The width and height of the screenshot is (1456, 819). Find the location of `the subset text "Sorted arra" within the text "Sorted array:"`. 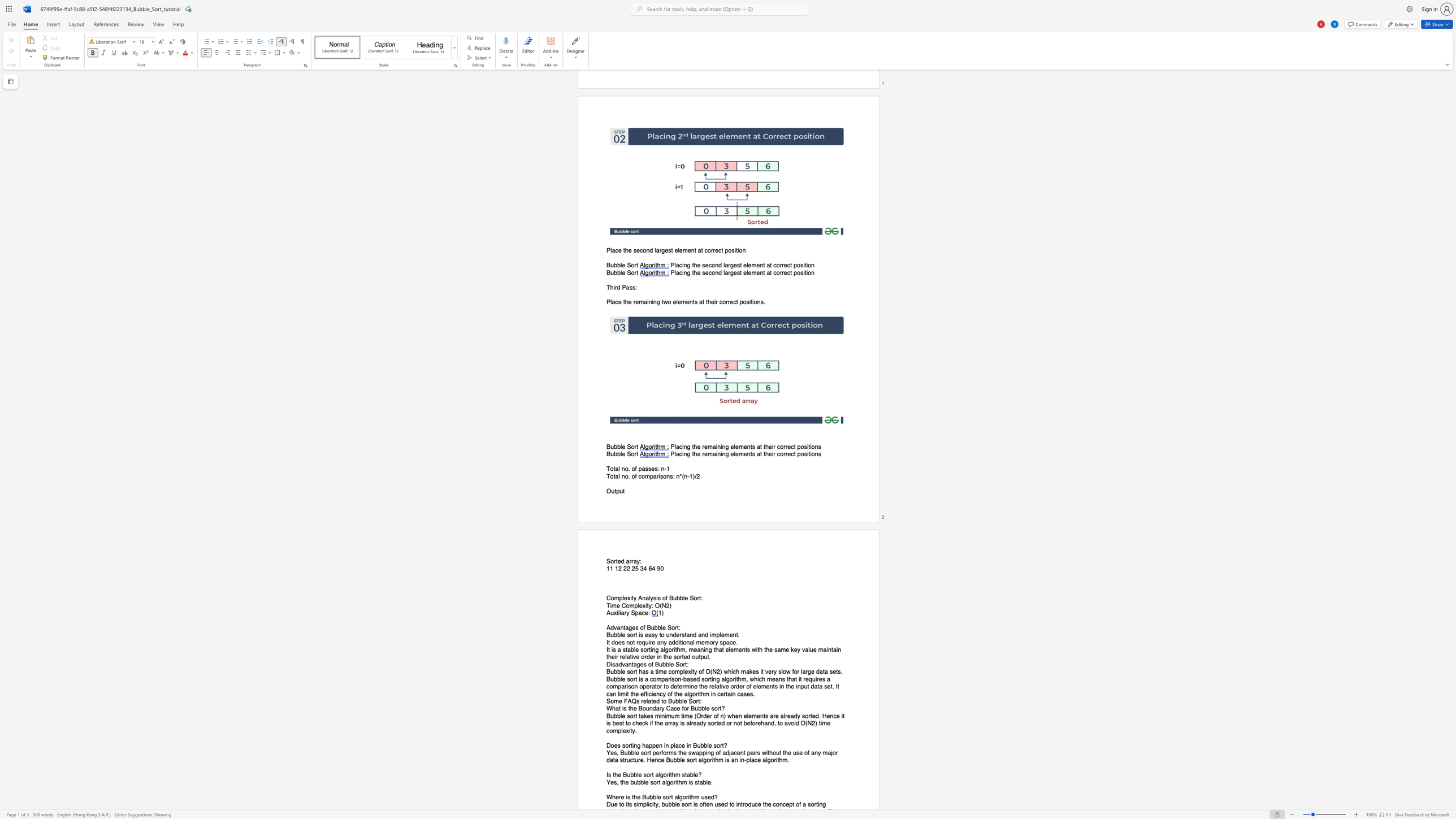

the subset text "Sorted arra" within the text "Sorted array:" is located at coordinates (606, 561).